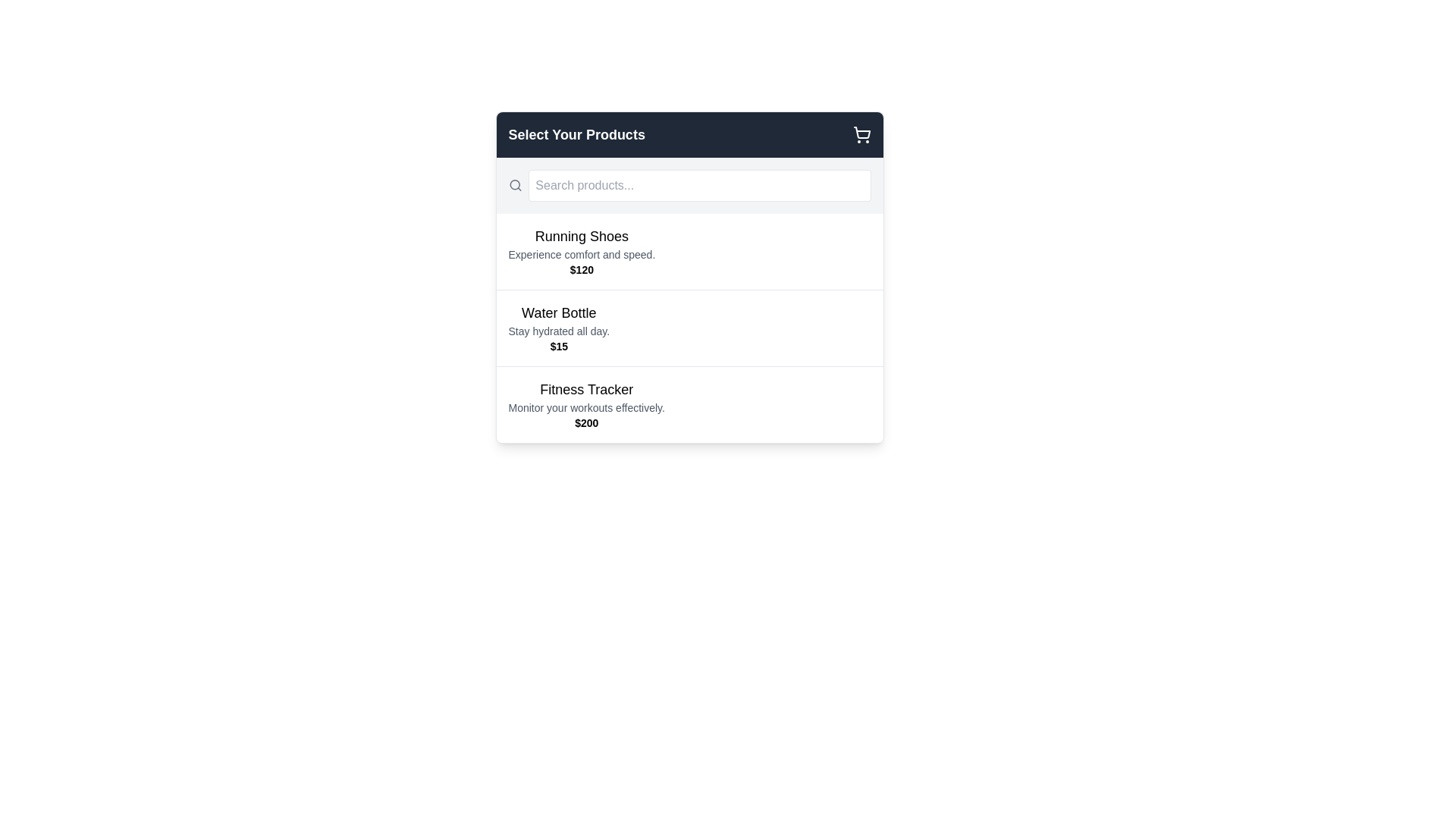  I want to click on the product information text block displaying details about the product, so click(581, 250).